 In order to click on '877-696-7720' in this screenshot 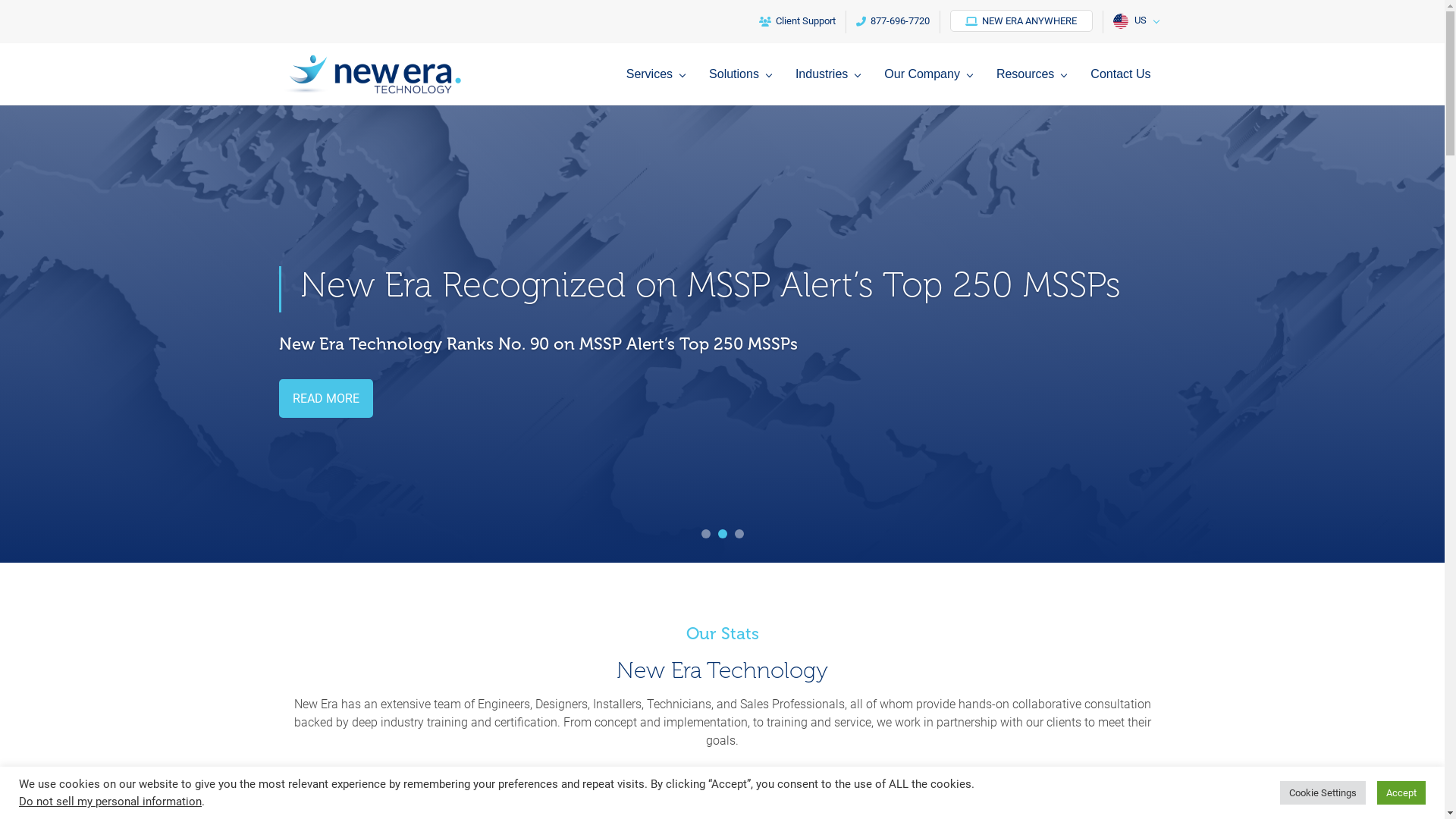, I will do `click(846, 22)`.